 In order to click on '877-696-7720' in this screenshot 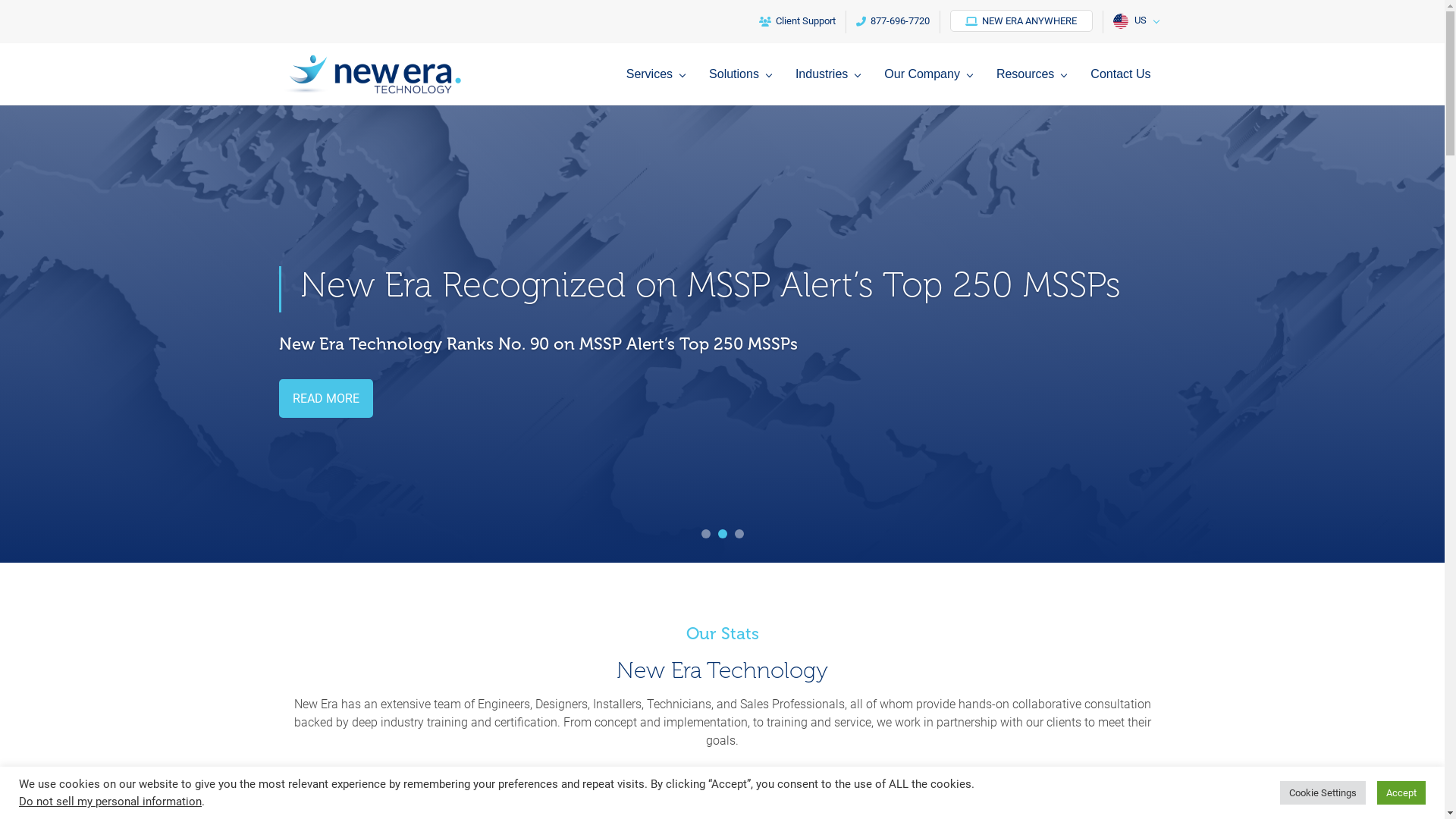, I will do `click(846, 22)`.